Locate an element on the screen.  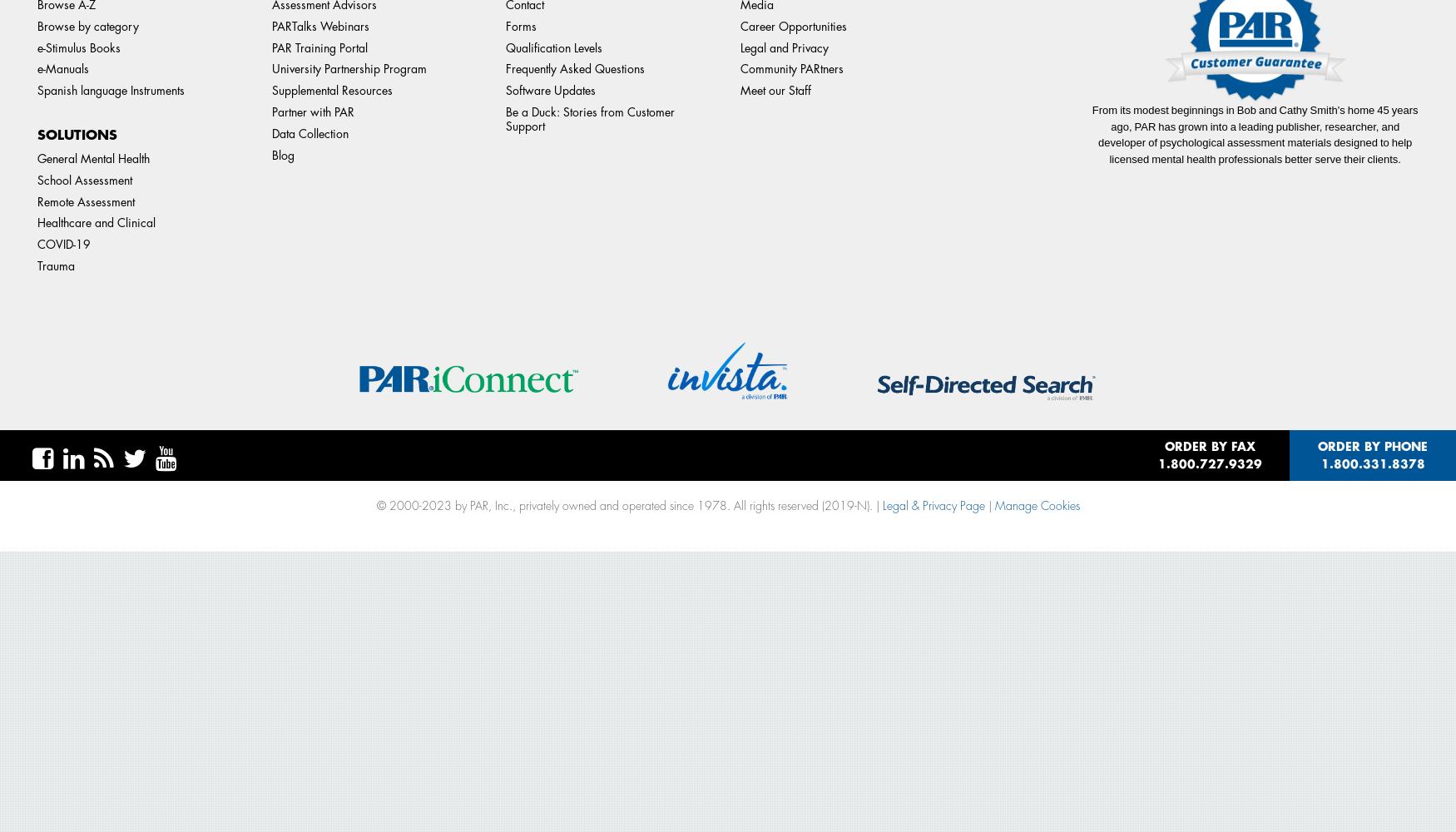
'Supplemental Resources' is located at coordinates (330, 90).